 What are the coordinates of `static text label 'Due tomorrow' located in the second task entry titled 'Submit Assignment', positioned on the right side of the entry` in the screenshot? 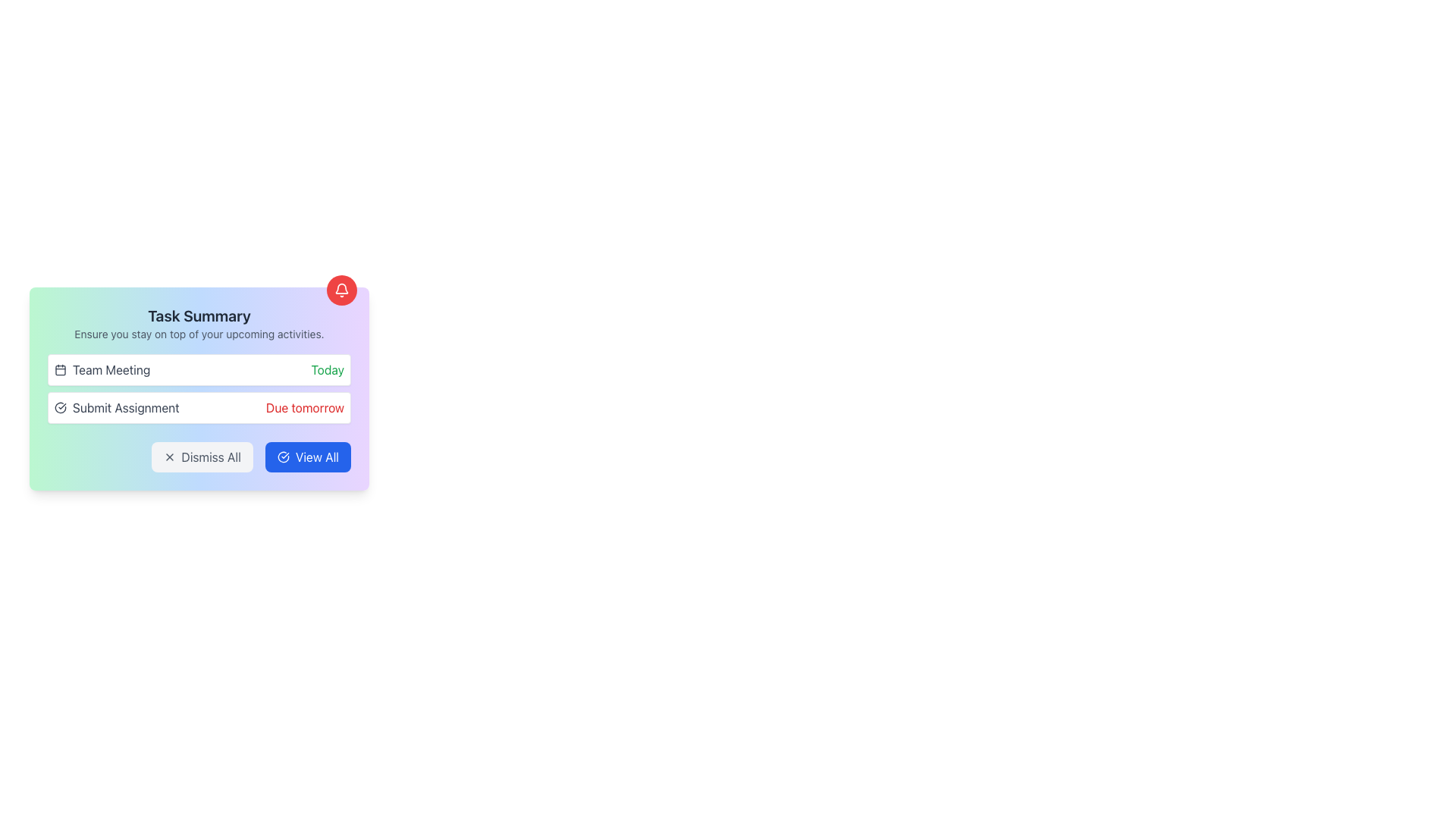 It's located at (304, 406).